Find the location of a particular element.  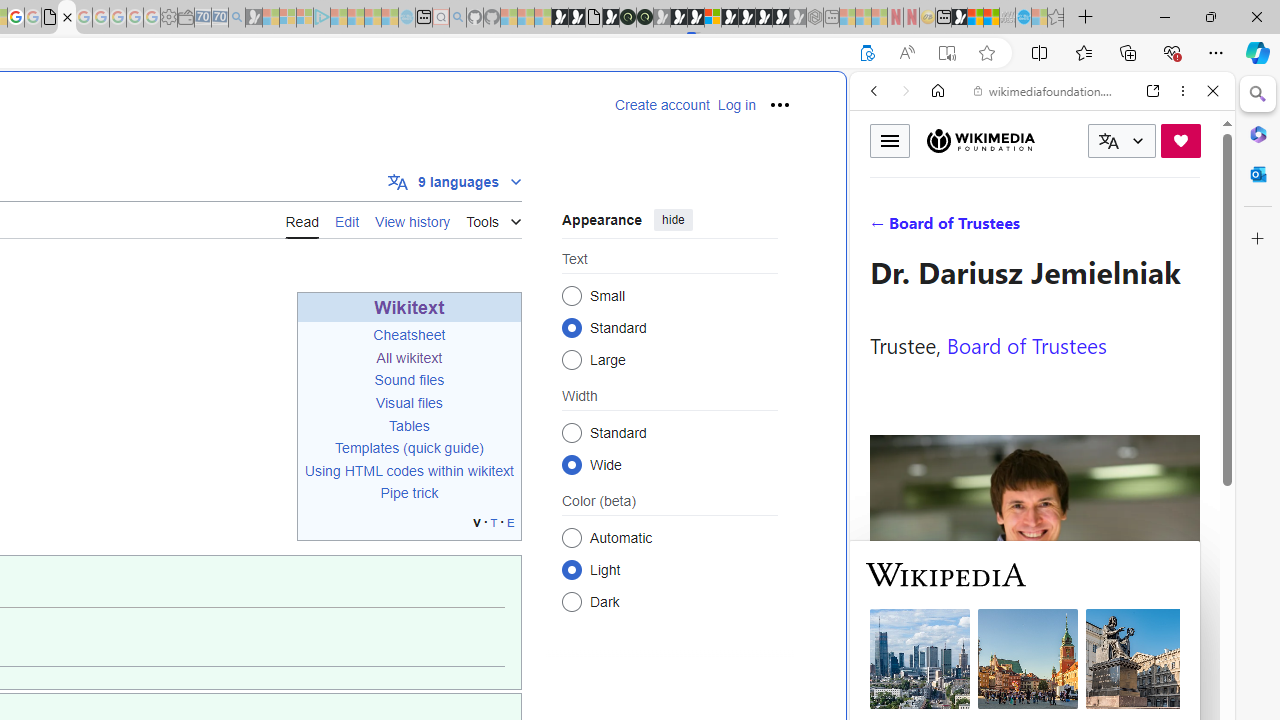

'CURRENT LANGUAGE:' is located at coordinates (1121, 140).